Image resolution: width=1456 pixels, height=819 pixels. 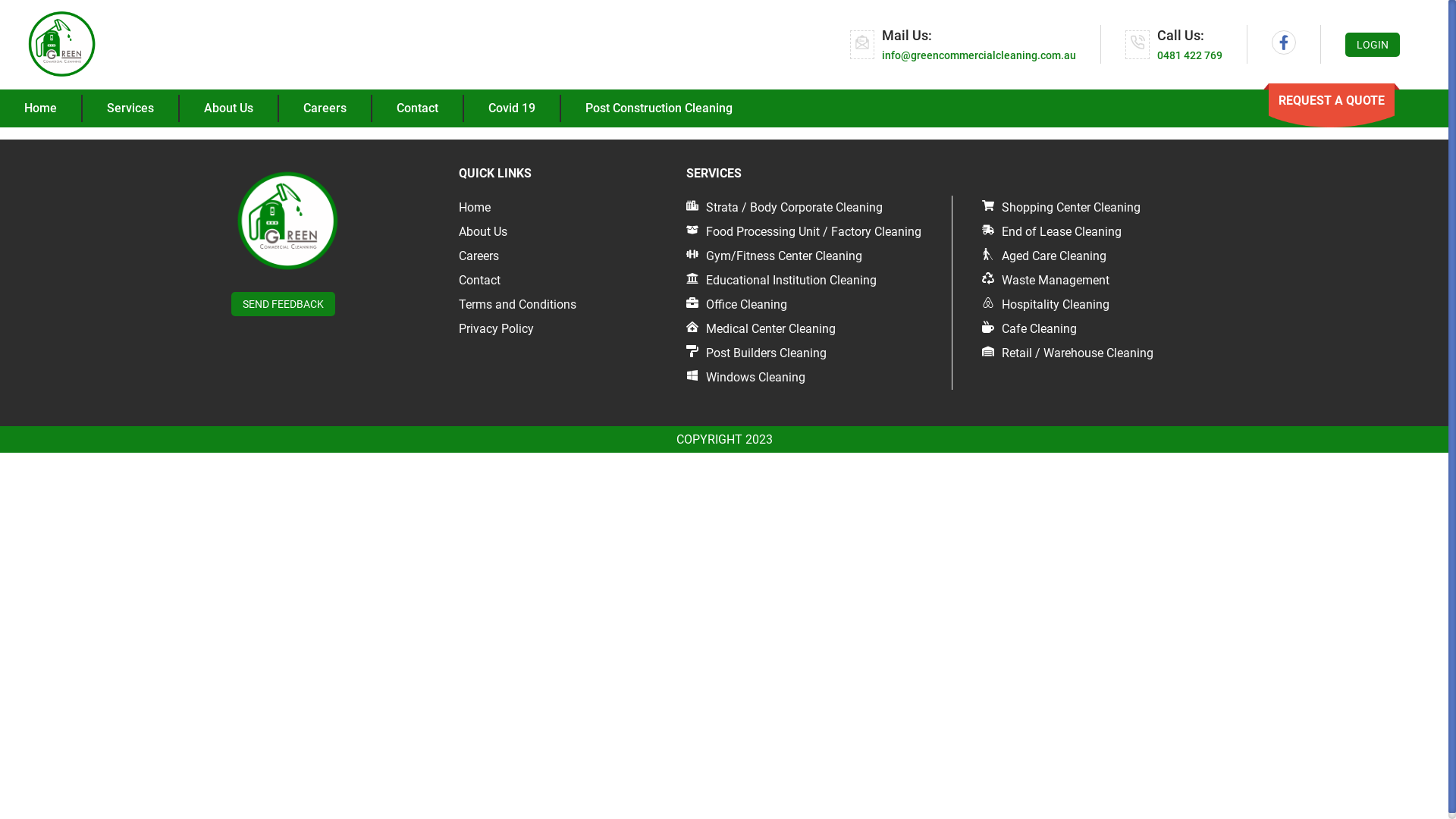 What do you see at coordinates (1345, 43) in the screenshot?
I see `'LOGIN'` at bounding box center [1345, 43].